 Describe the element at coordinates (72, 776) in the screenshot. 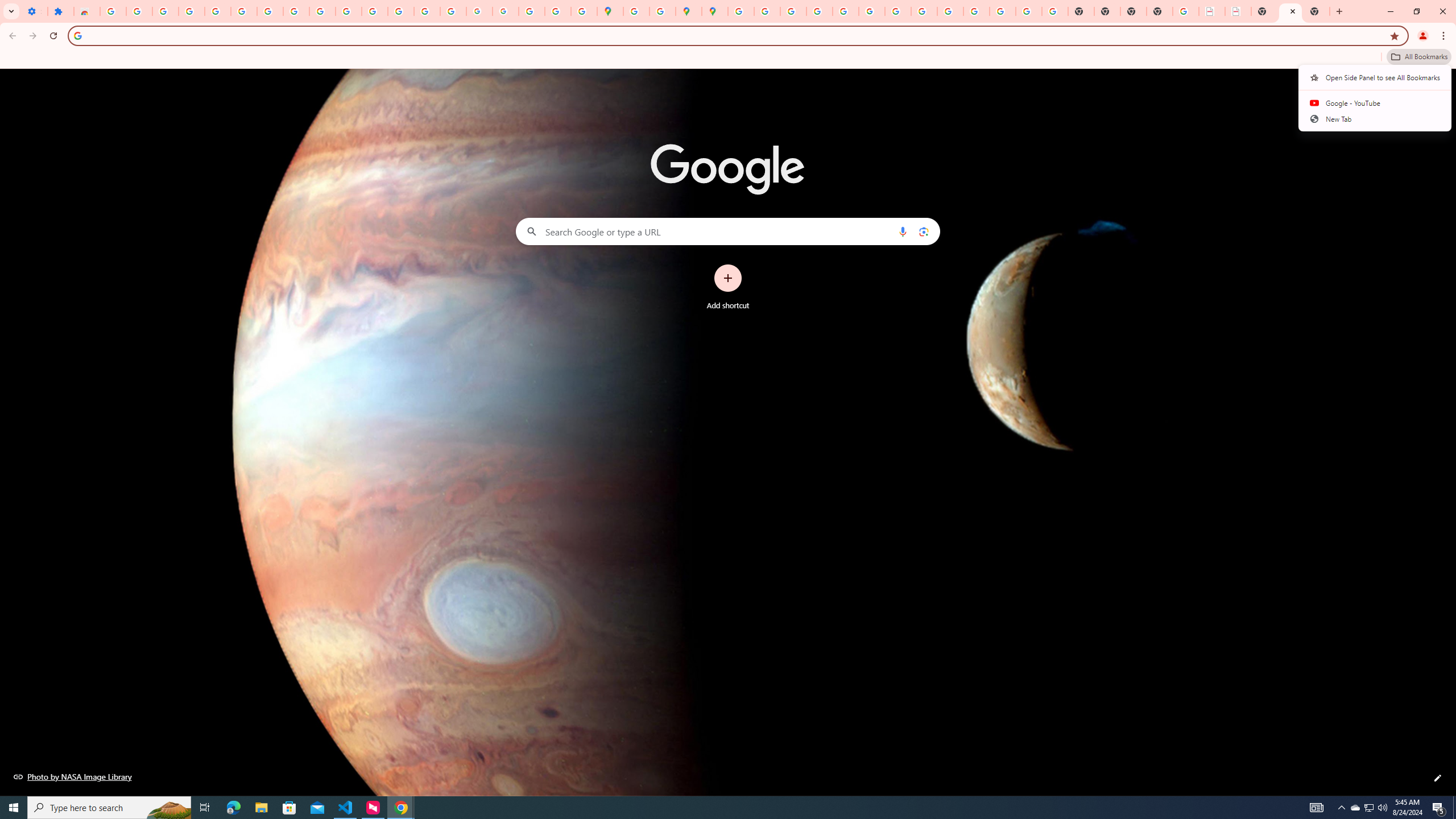

I see `'Photo by NASA Image Library'` at that location.